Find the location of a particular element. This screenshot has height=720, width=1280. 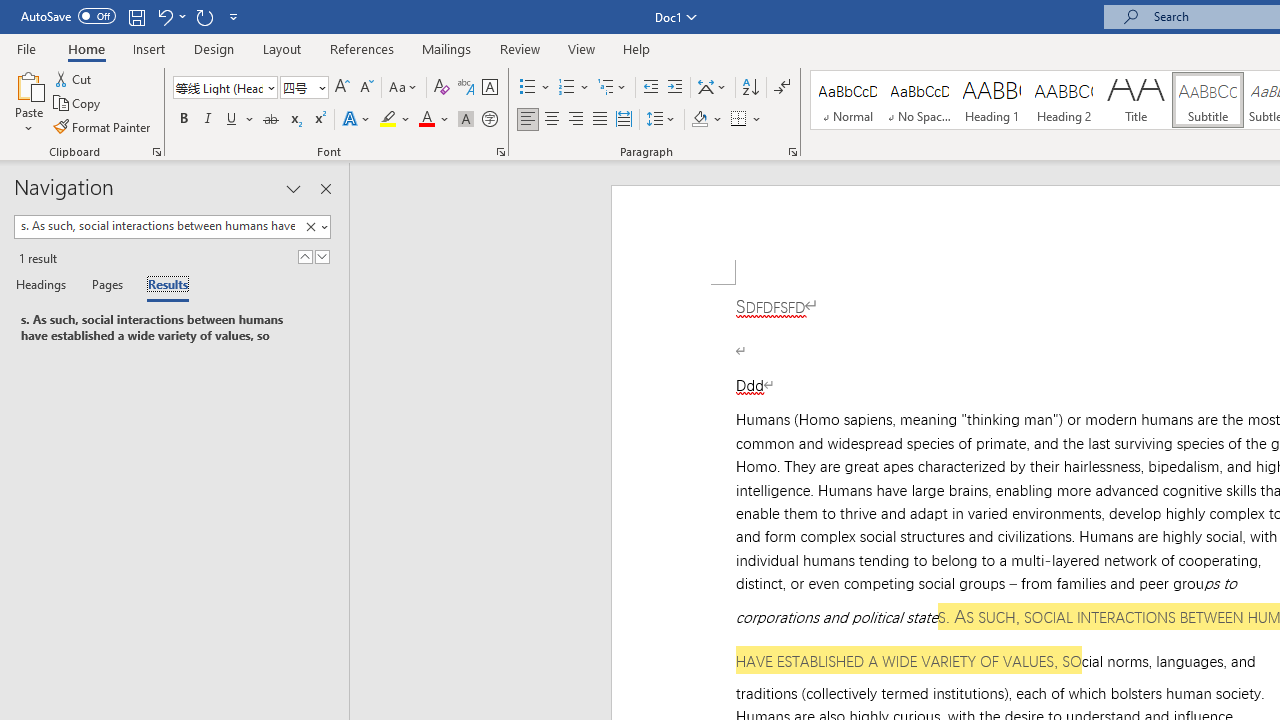

'Undo Style' is located at coordinates (164, 16).